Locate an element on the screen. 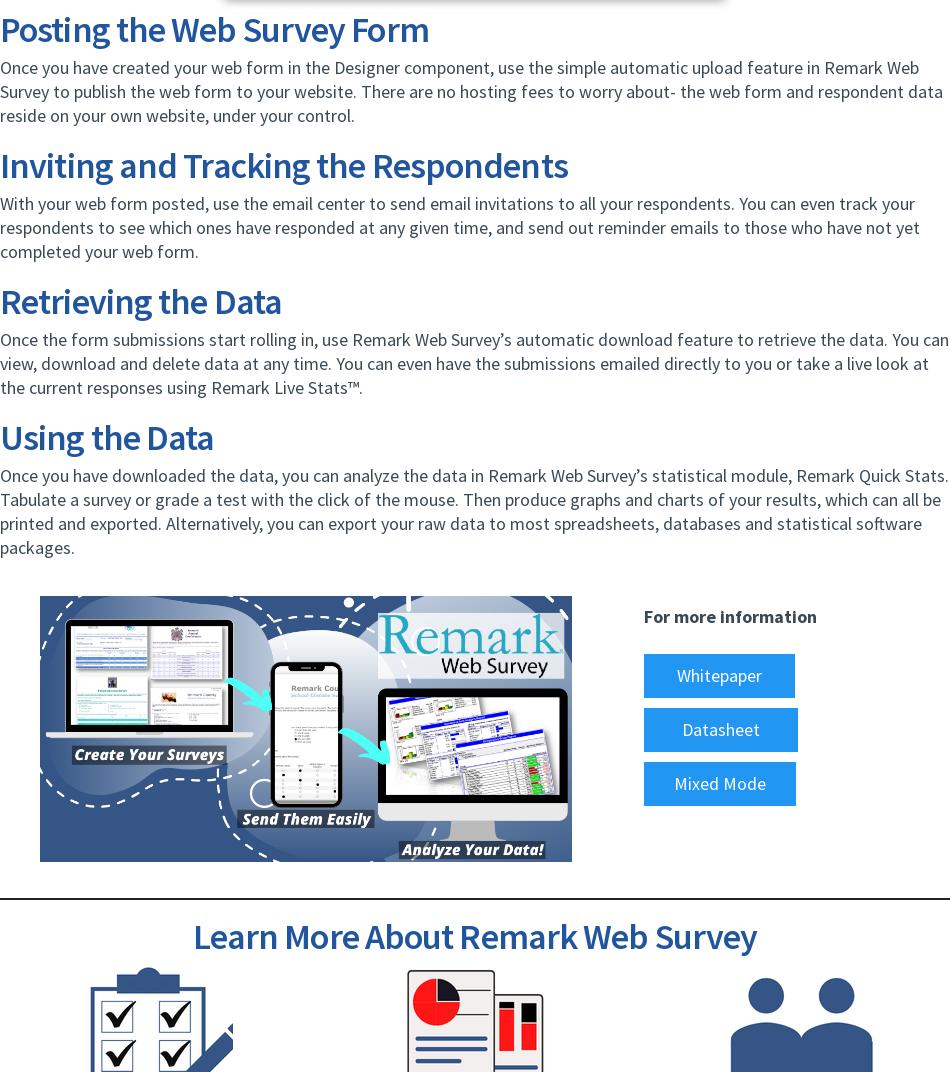 The width and height of the screenshot is (950, 1072). 'For more information' is located at coordinates (644, 616).